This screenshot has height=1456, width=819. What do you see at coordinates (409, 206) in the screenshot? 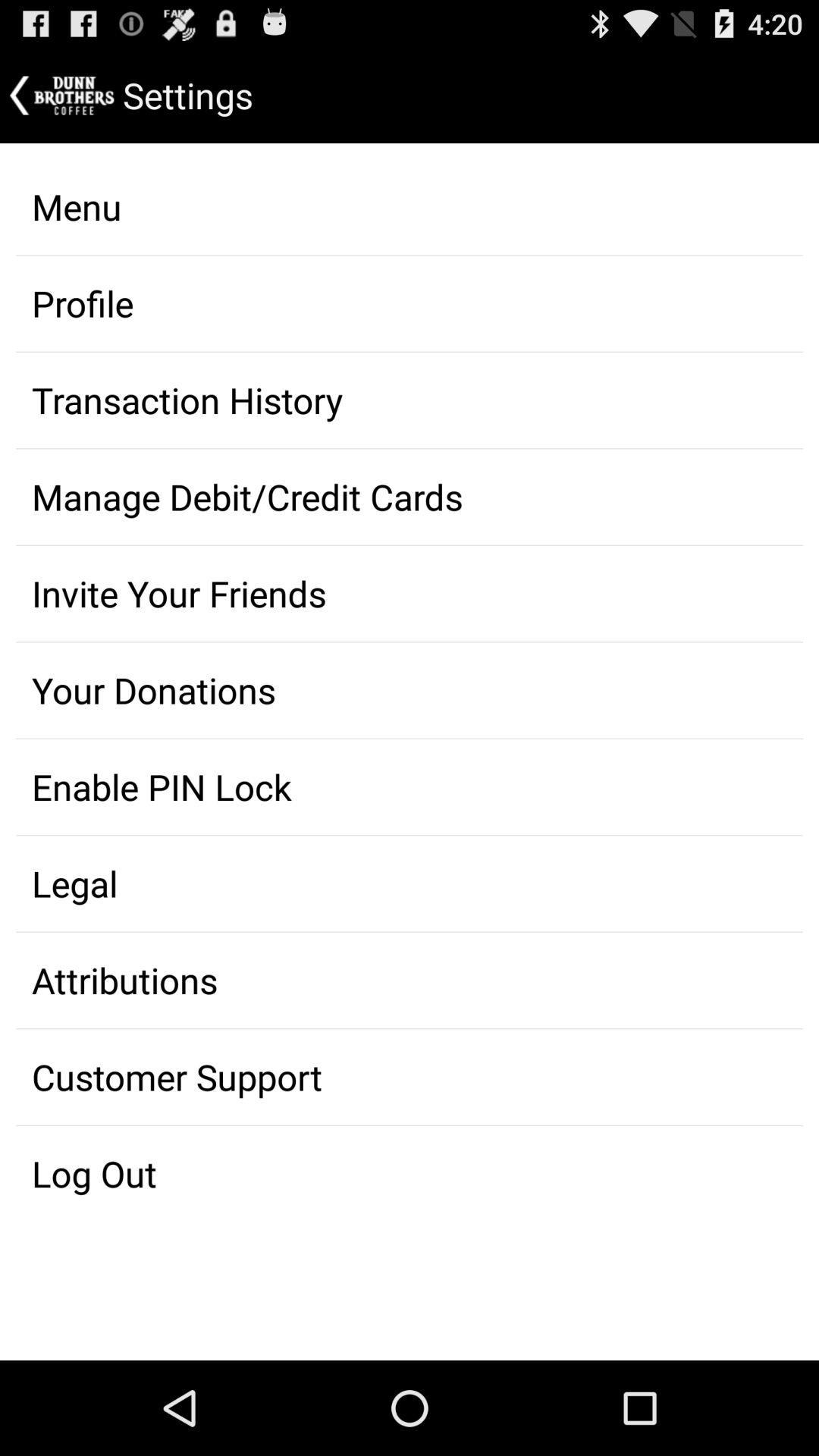
I see `app below the settings app` at bounding box center [409, 206].